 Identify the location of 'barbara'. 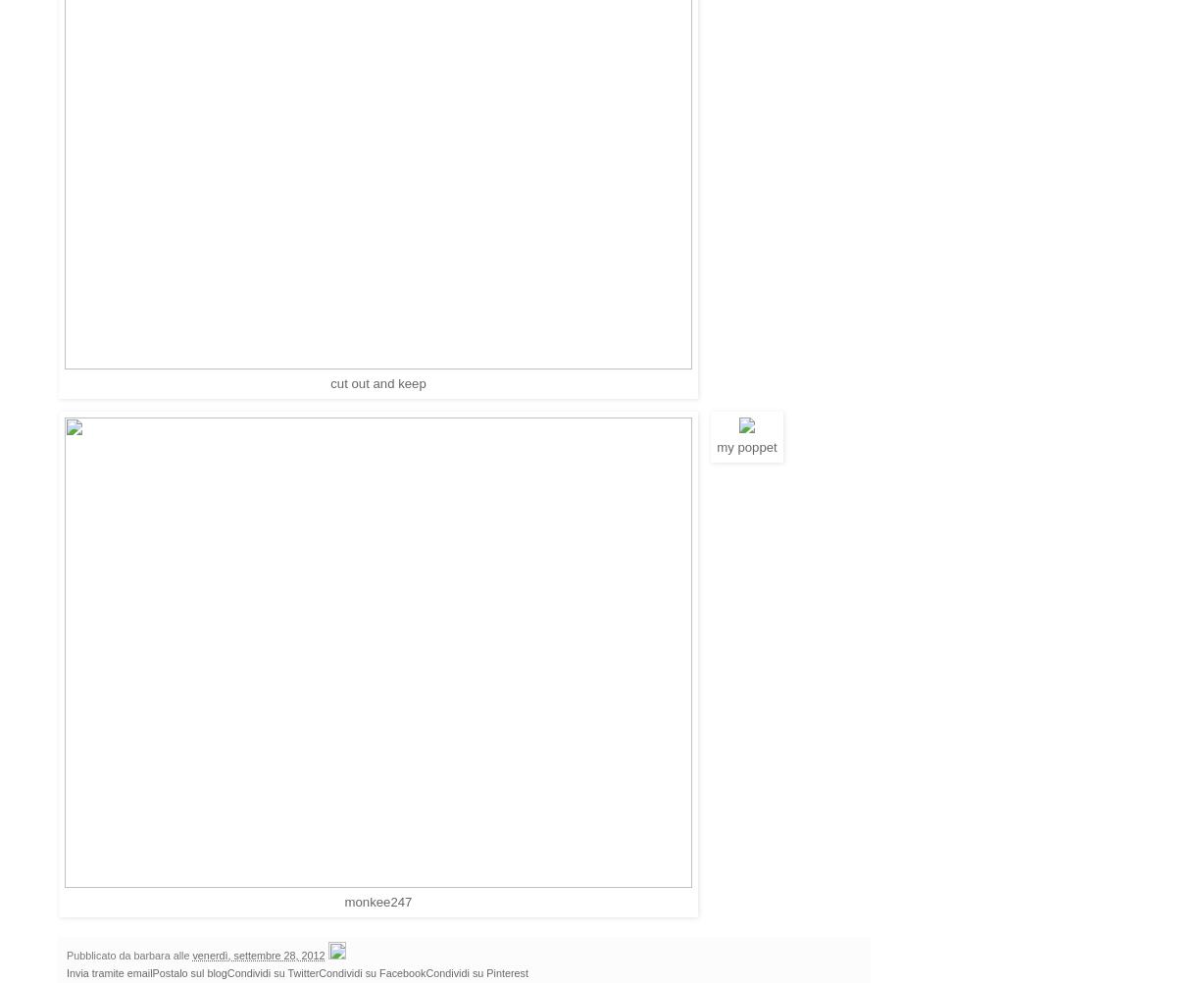
(151, 955).